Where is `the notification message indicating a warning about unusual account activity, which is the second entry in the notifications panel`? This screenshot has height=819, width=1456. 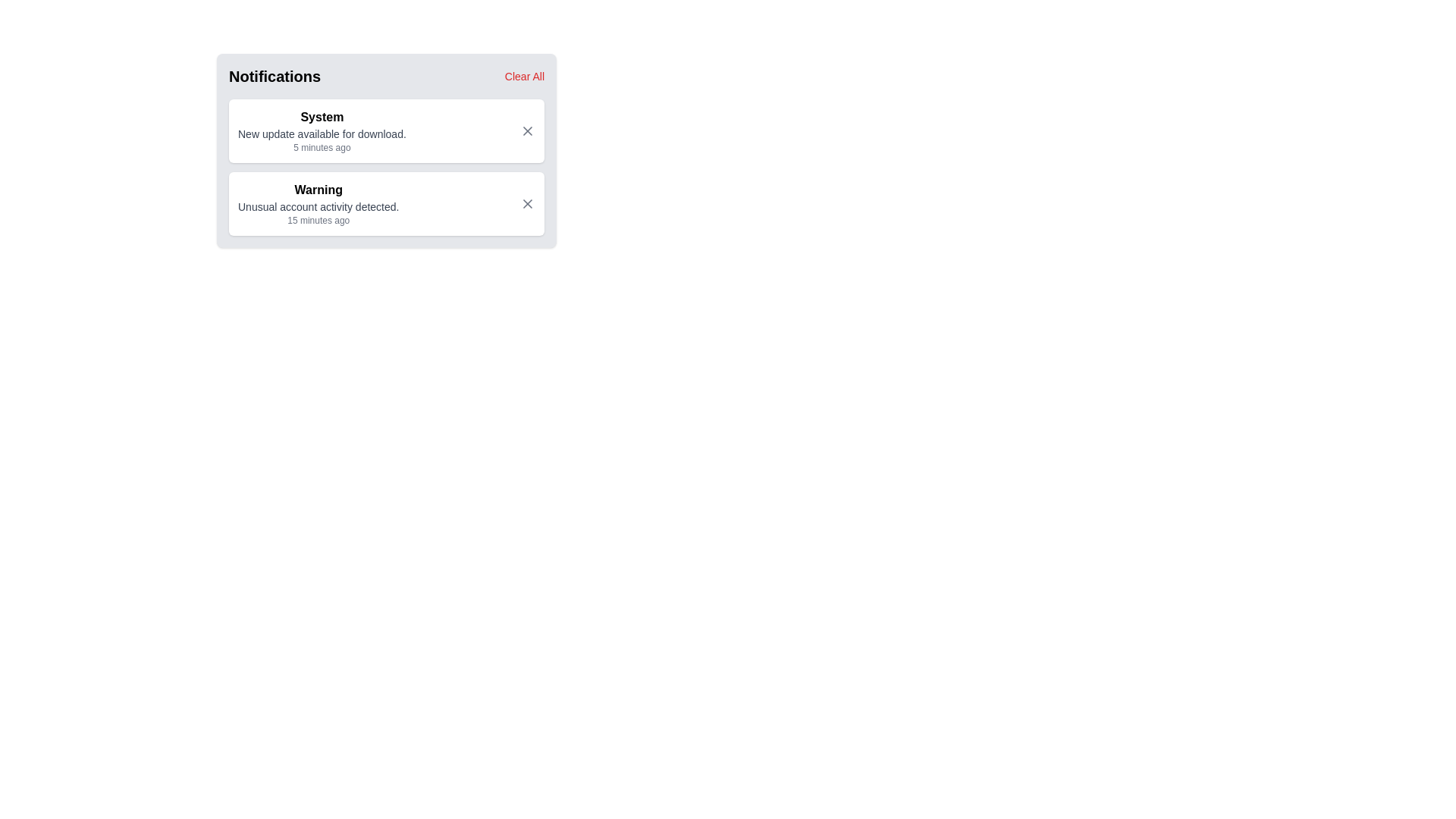
the notification message indicating a warning about unusual account activity, which is the second entry in the notifications panel is located at coordinates (318, 203).